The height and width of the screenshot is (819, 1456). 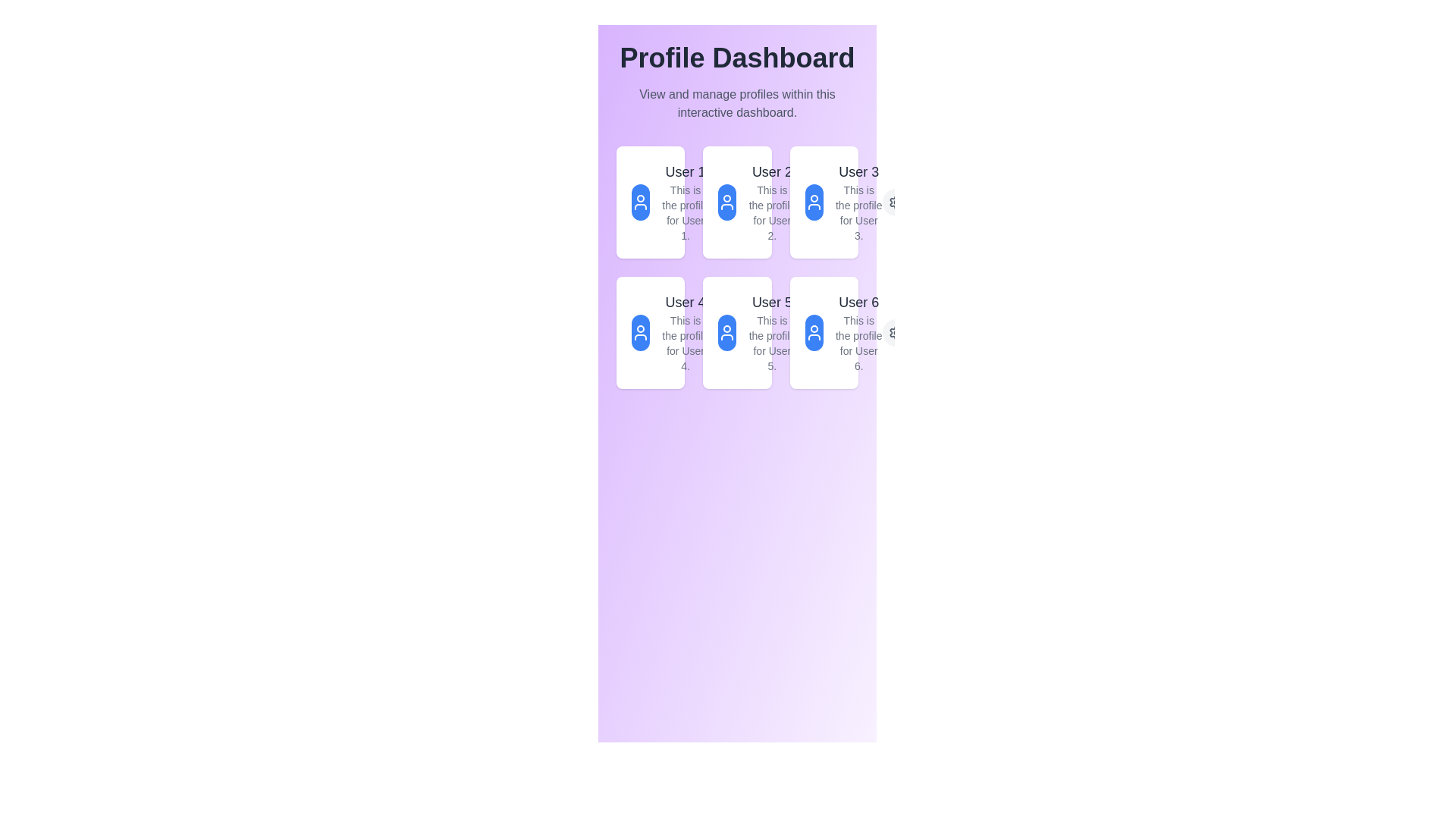 I want to click on the textual component displaying the sentence: 'This is the profile for User 6.' which is styled with a smaller font and gray color, located beneath the user's name in the card for 'User 6', so click(x=858, y=343).